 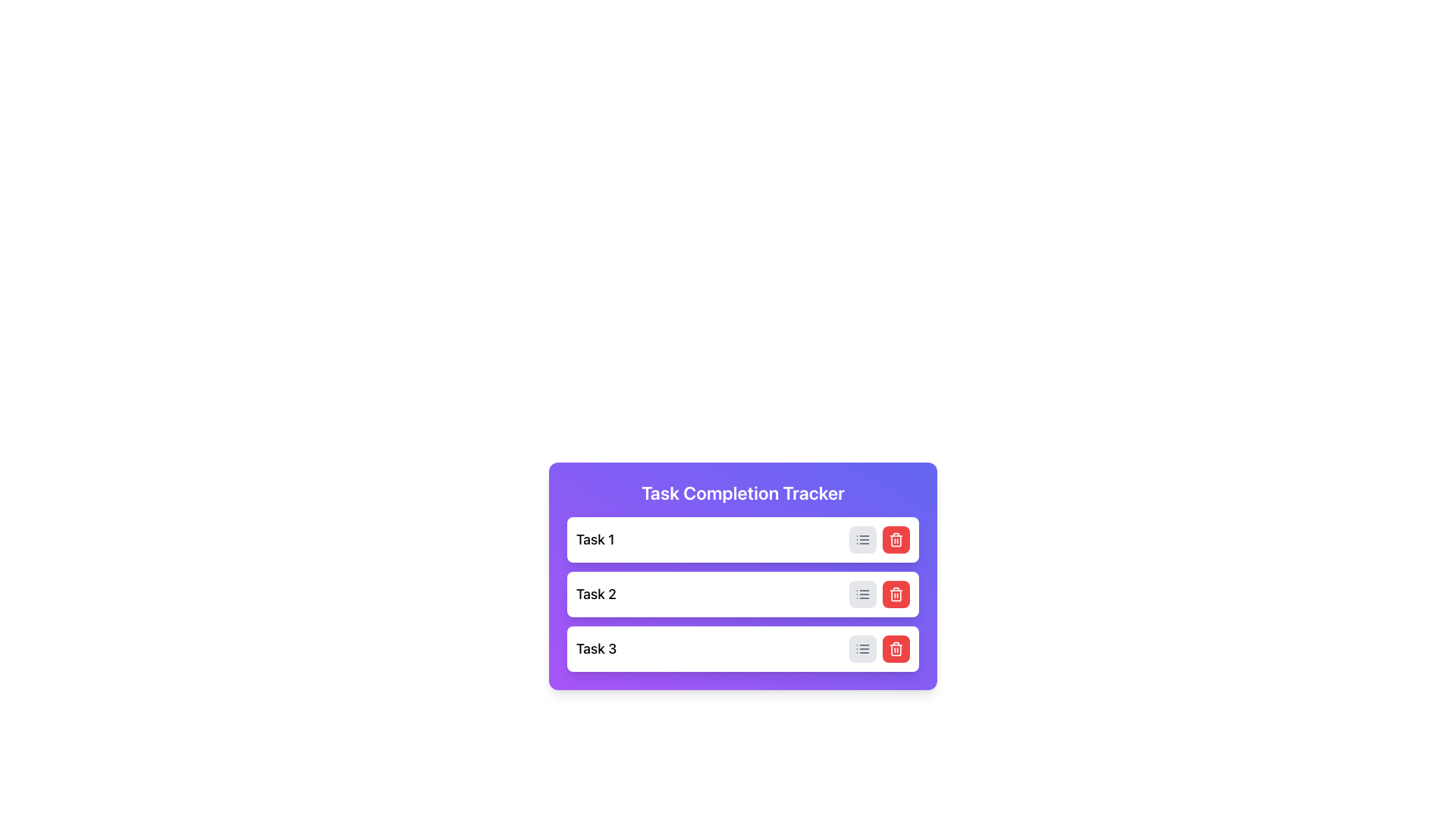 I want to click on the interactive button with a light gray background and three stacked horizontal lines icon, located to the left of the delete button in the second row representing 'Task 2', so click(x=862, y=593).